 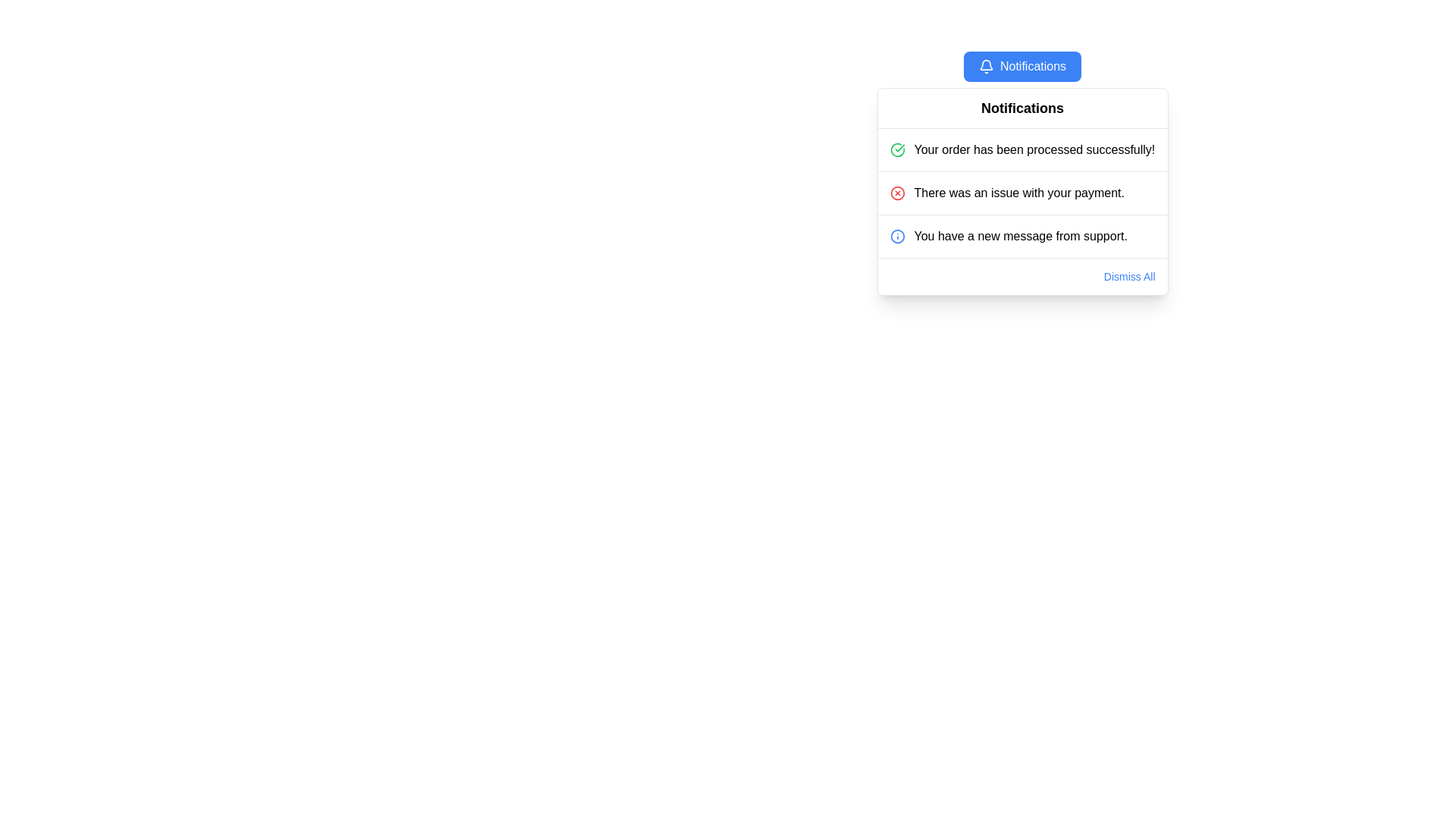 I want to click on the Notifications button which contains a blue bell icon at its beginning, symbolizing notifications, so click(x=986, y=66).